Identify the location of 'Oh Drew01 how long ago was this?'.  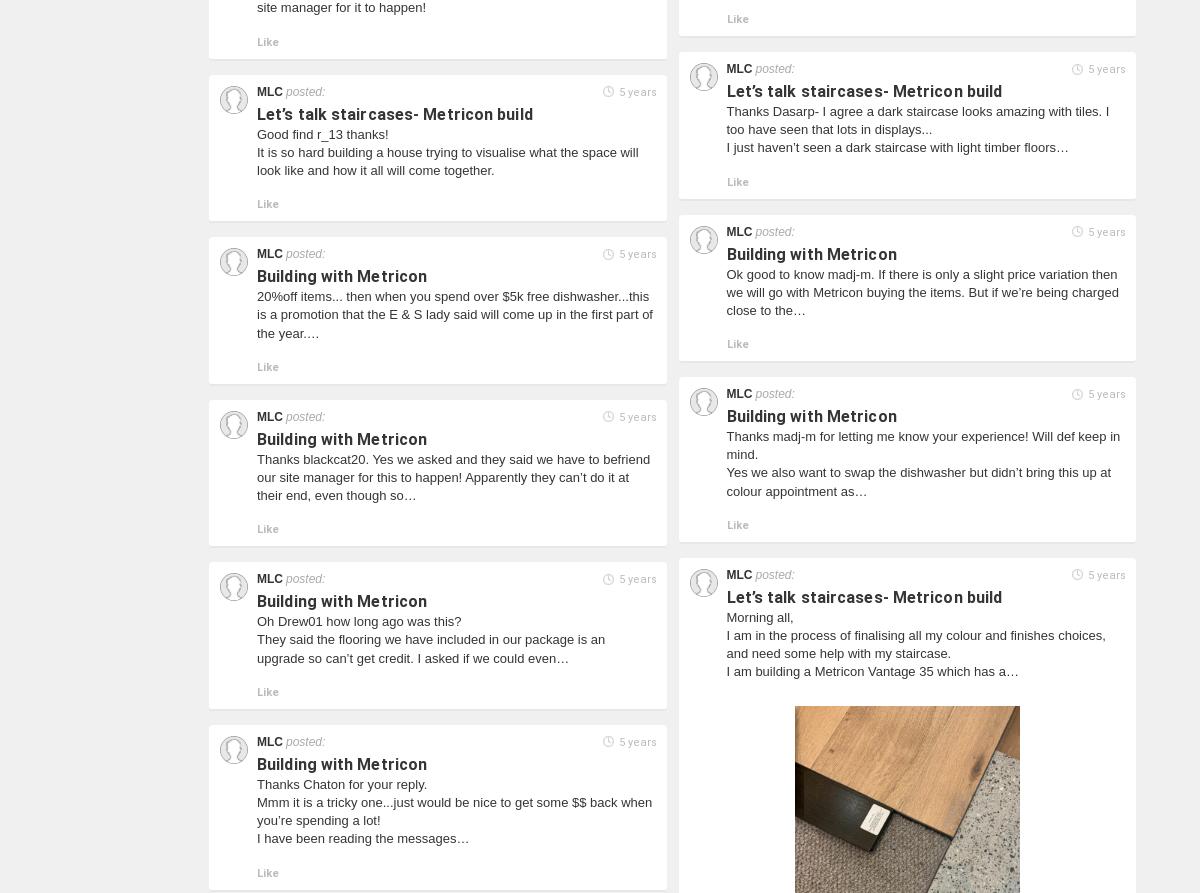
(359, 621).